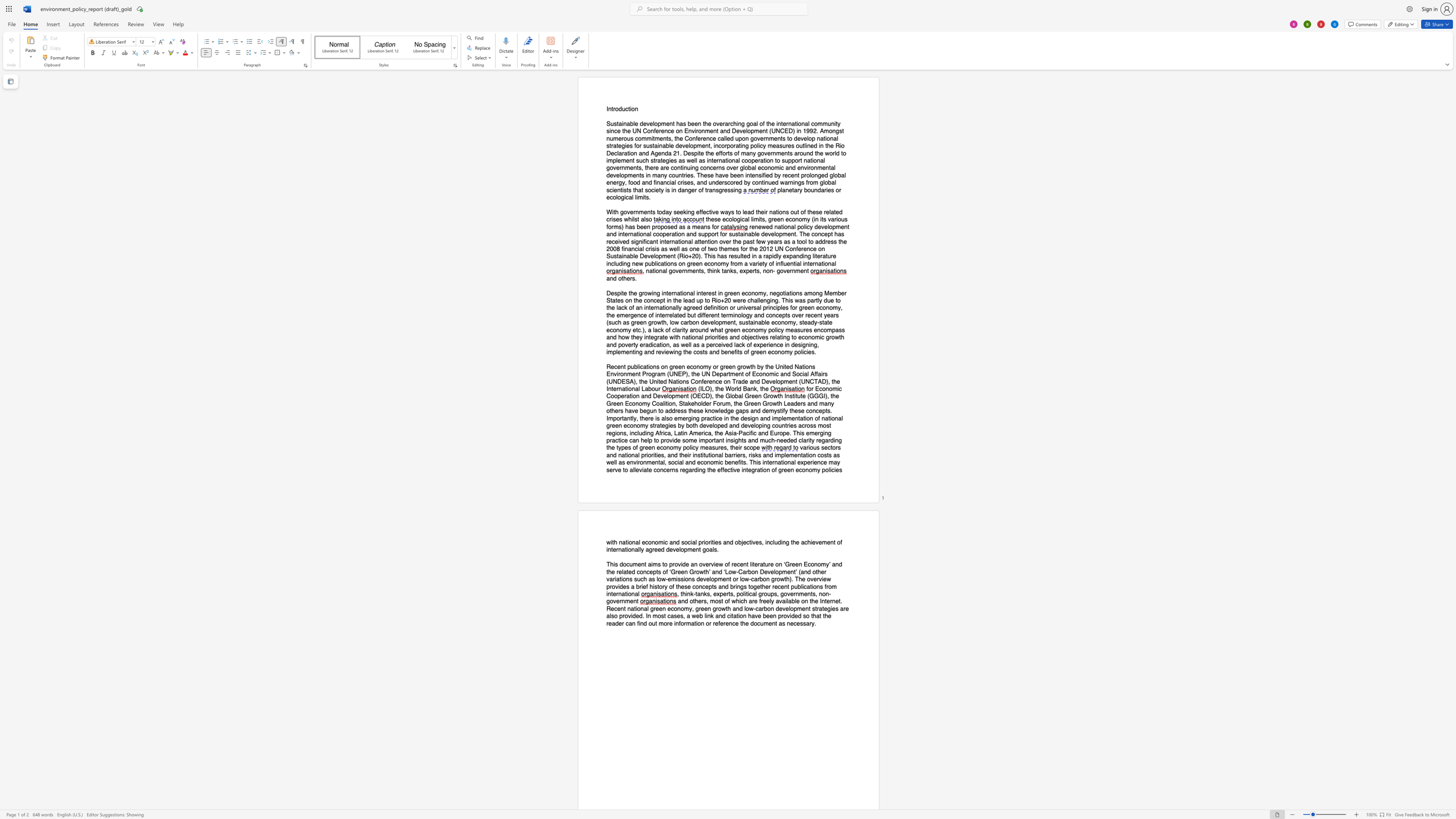 This screenshot has width=1456, height=819. Describe the element at coordinates (610, 131) in the screenshot. I see `the 6th character "i" in the text` at that location.